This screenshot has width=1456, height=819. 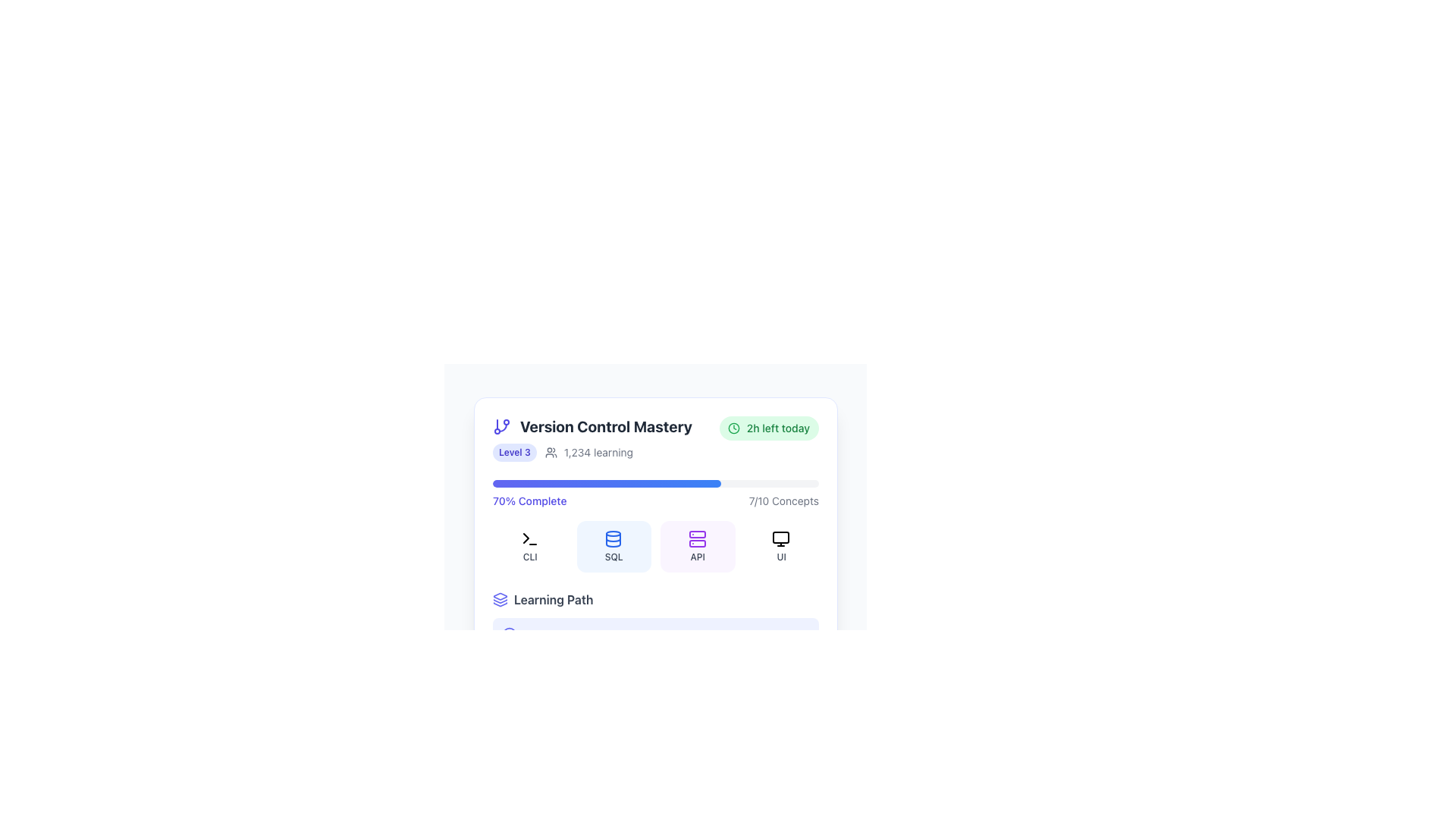 What do you see at coordinates (526, 537) in the screenshot?
I see `near the triangular graphical vector shape that is the leftmost and smallest part of the terminal icon, which represents command line interaction as part of the CLI category` at bounding box center [526, 537].